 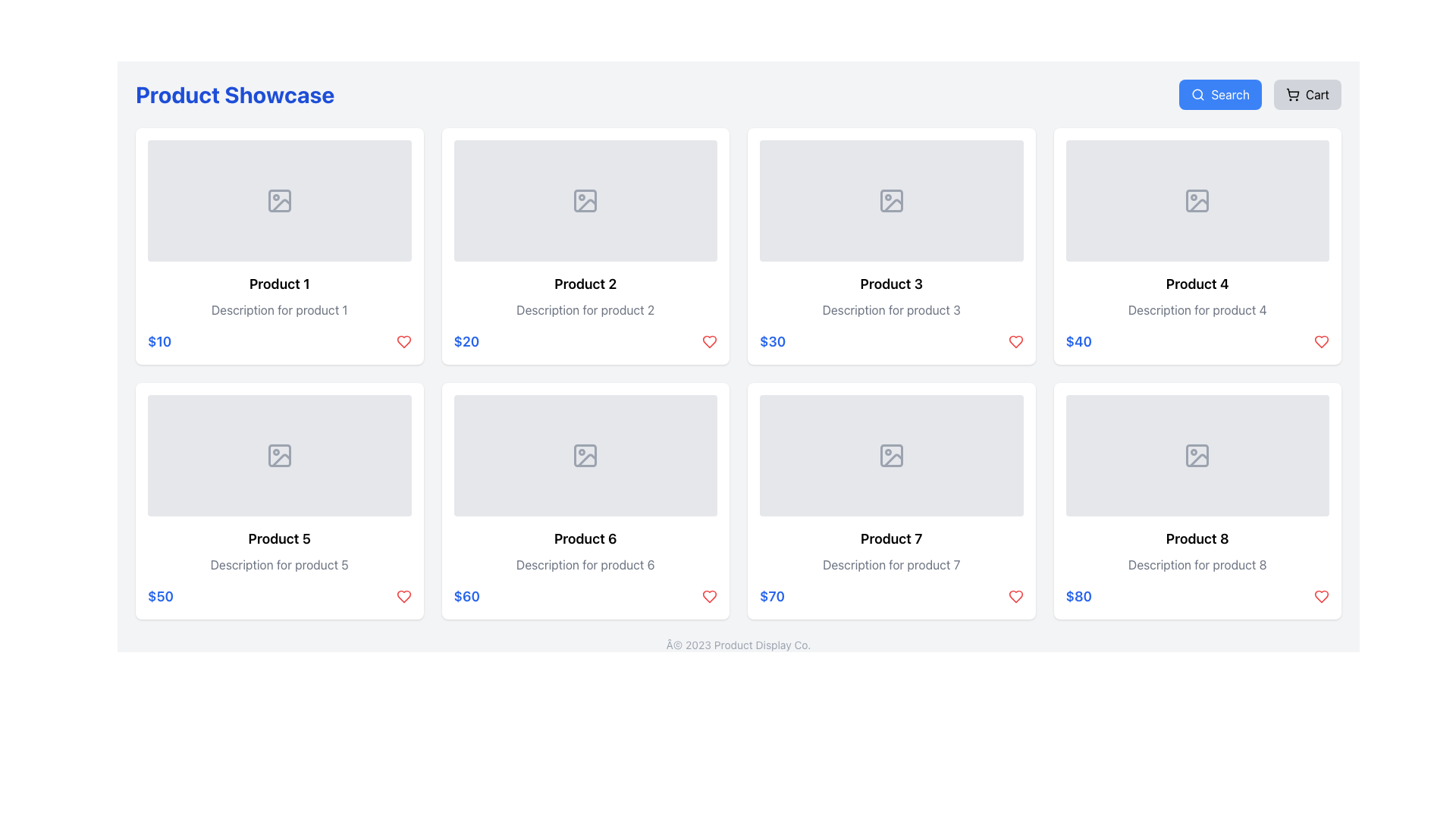 I want to click on the image placeholder for 'Product 6', located at the top section of the card in the second row, second column of the grid, so click(x=585, y=455).